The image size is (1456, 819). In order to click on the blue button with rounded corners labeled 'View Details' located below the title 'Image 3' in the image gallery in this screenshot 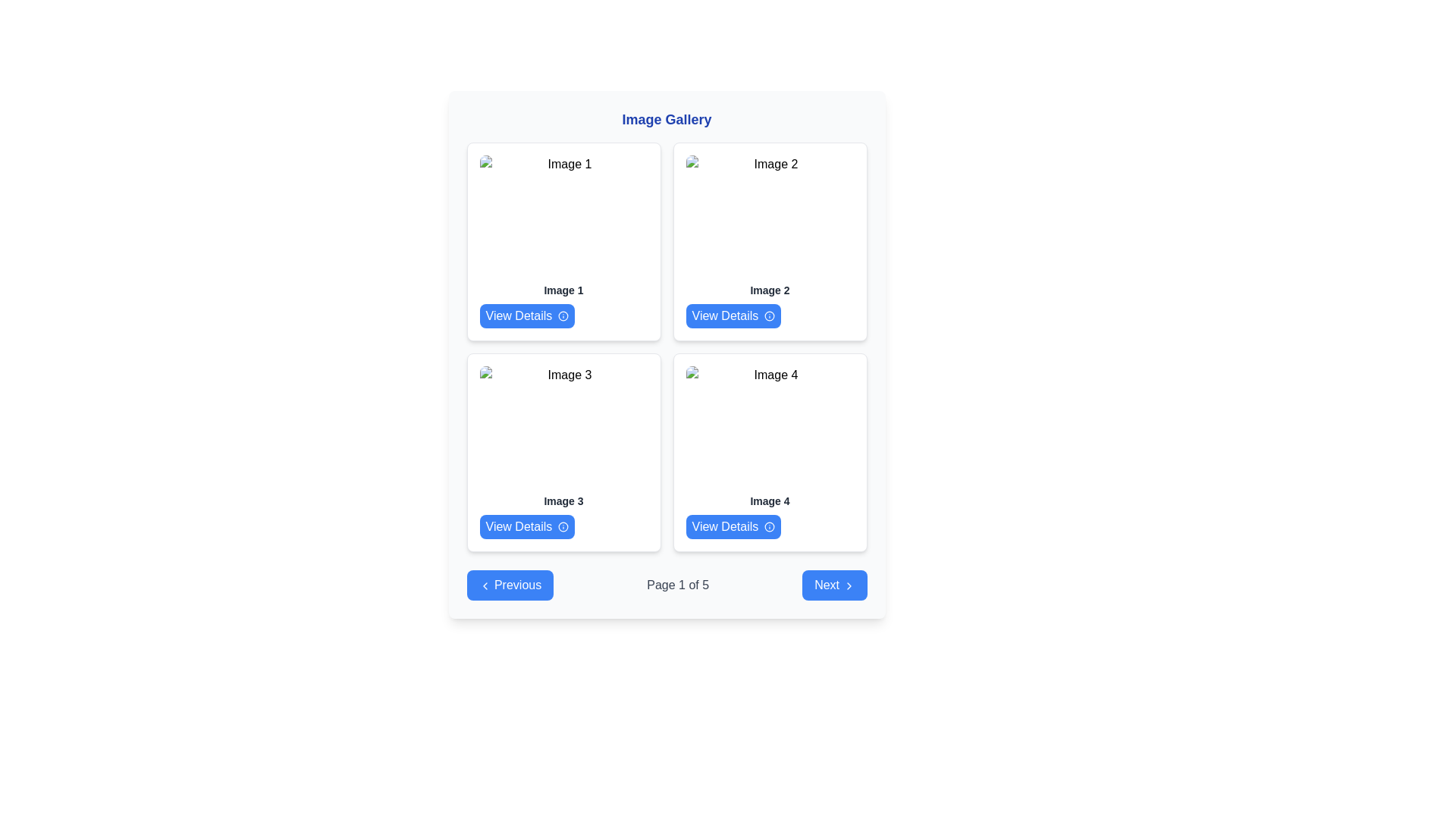, I will do `click(527, 526)`.